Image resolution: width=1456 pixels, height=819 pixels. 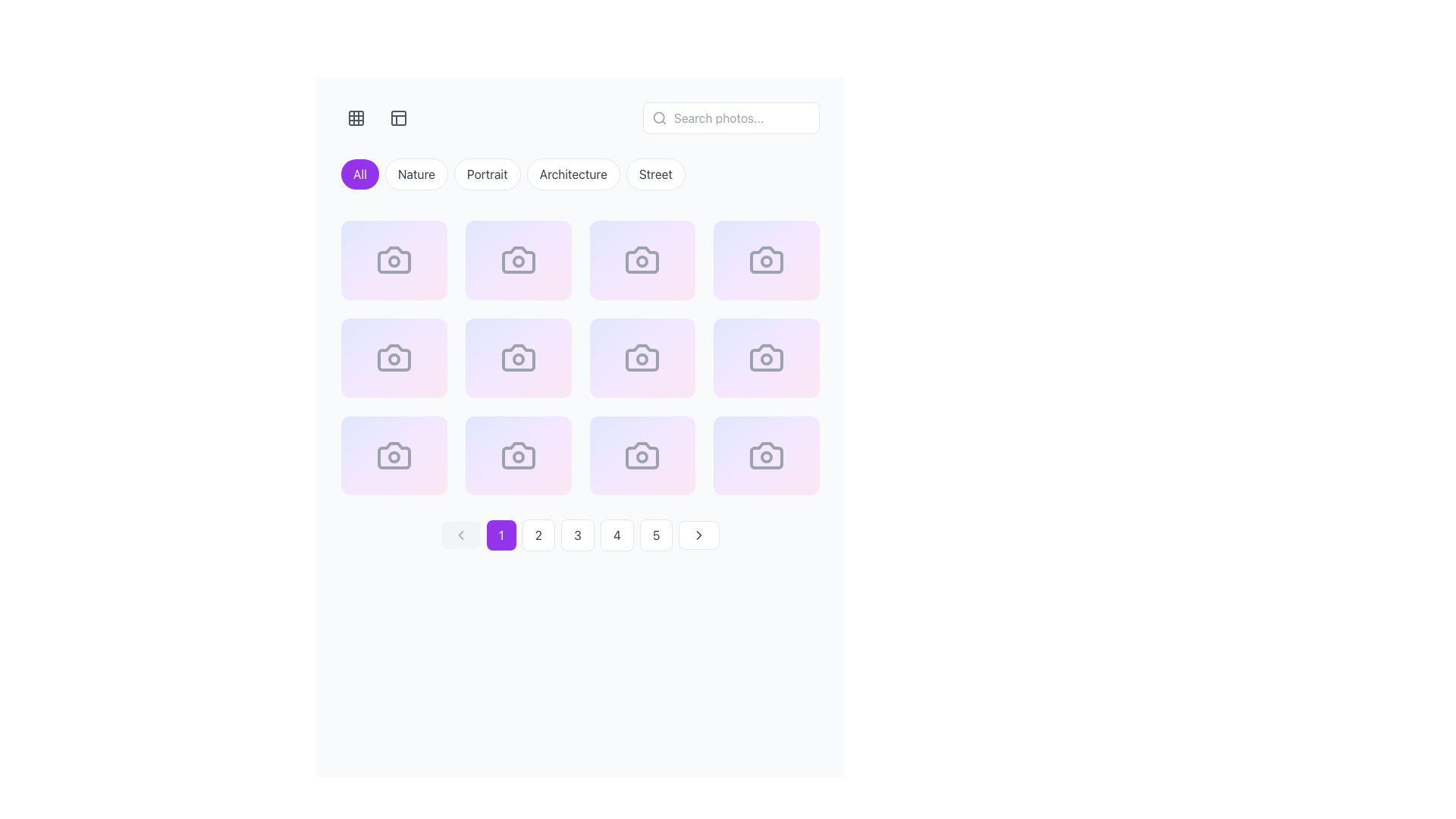 What do you see at coordinates (394, 359) in the screenshot?
I see `the indicator circle located within the third camera icon in the second row of icons in the grid` at bounding box center [394, 359].